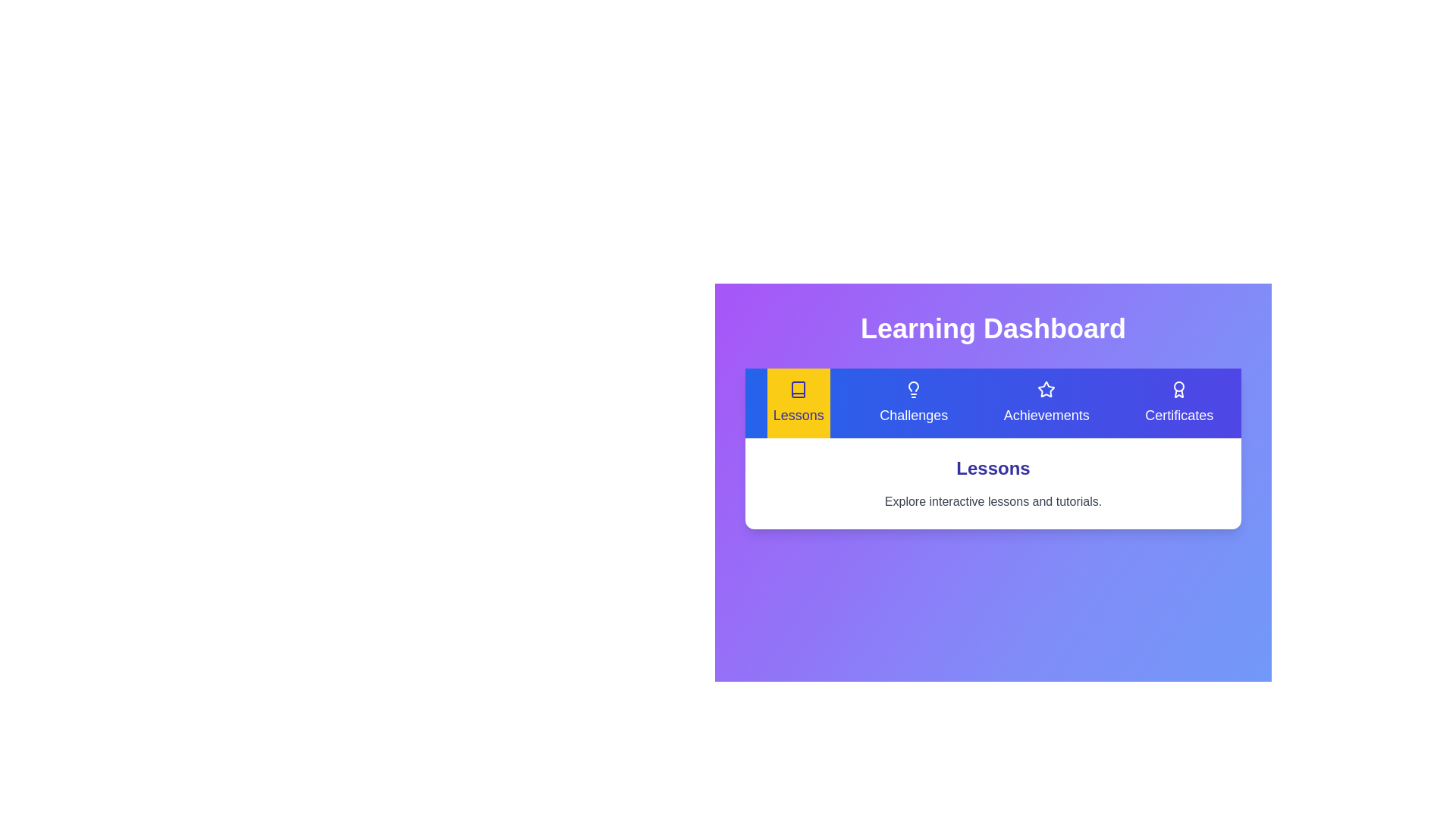 Image resolution: width=1456 pixels, height=819 pixels. I want to click on the icon of the tab labeled Lessons, so click(798, 388).